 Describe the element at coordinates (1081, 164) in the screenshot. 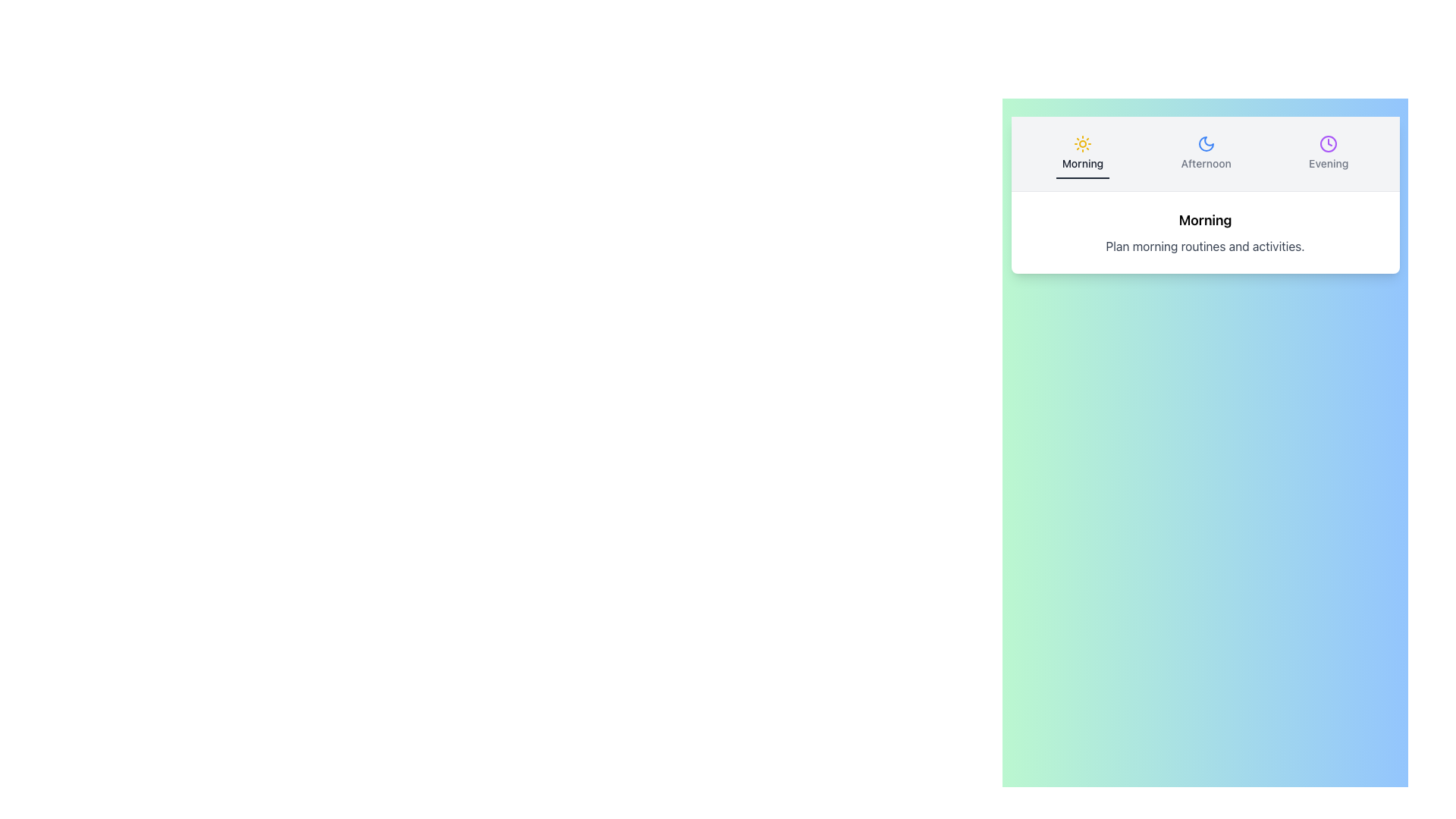

I see `text displayed on the 'Morning' label, which indicates content related to morning routines or activities` at that location.